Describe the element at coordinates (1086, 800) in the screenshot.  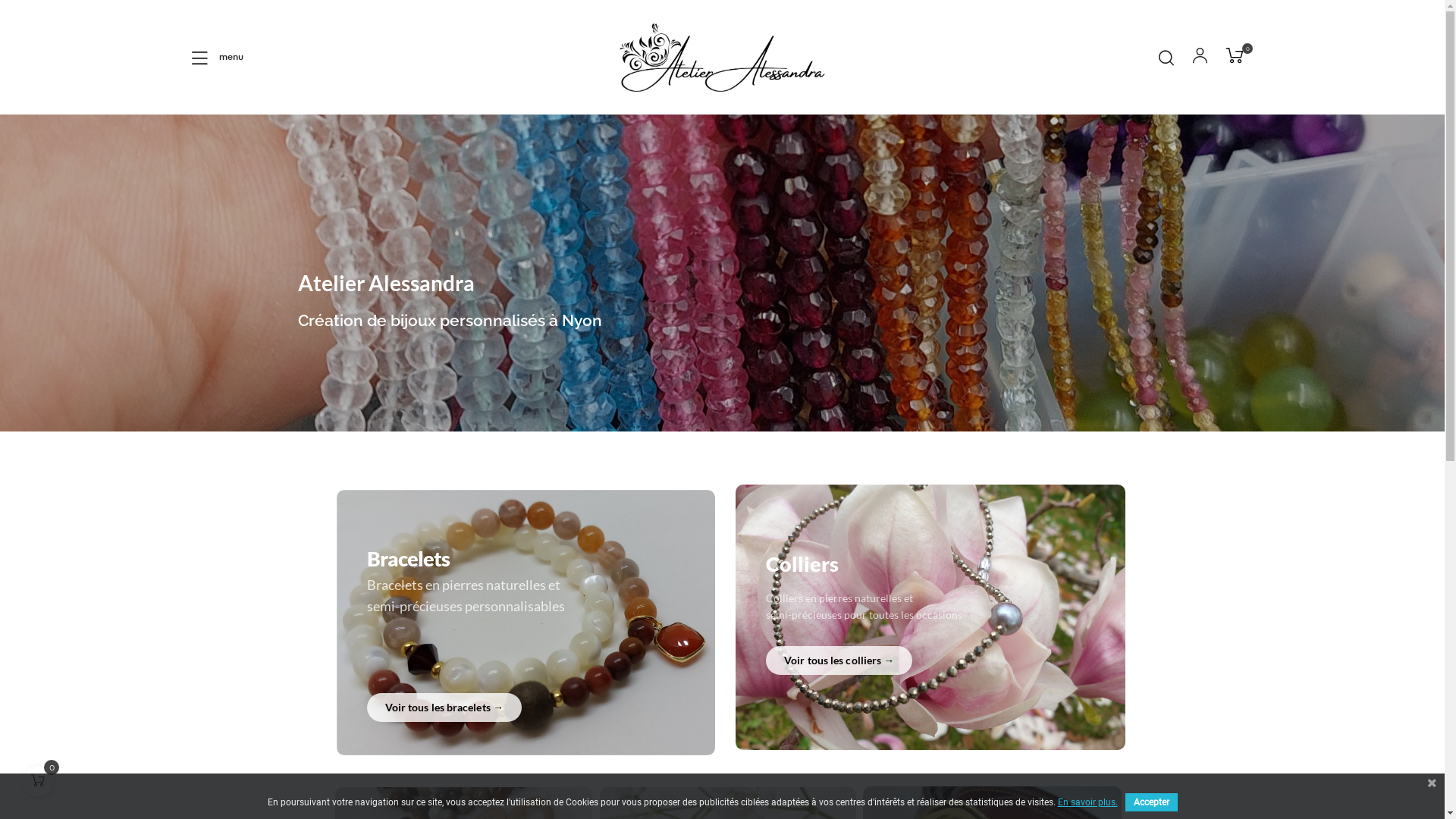
I see `'En savoir plus.'` at that location.